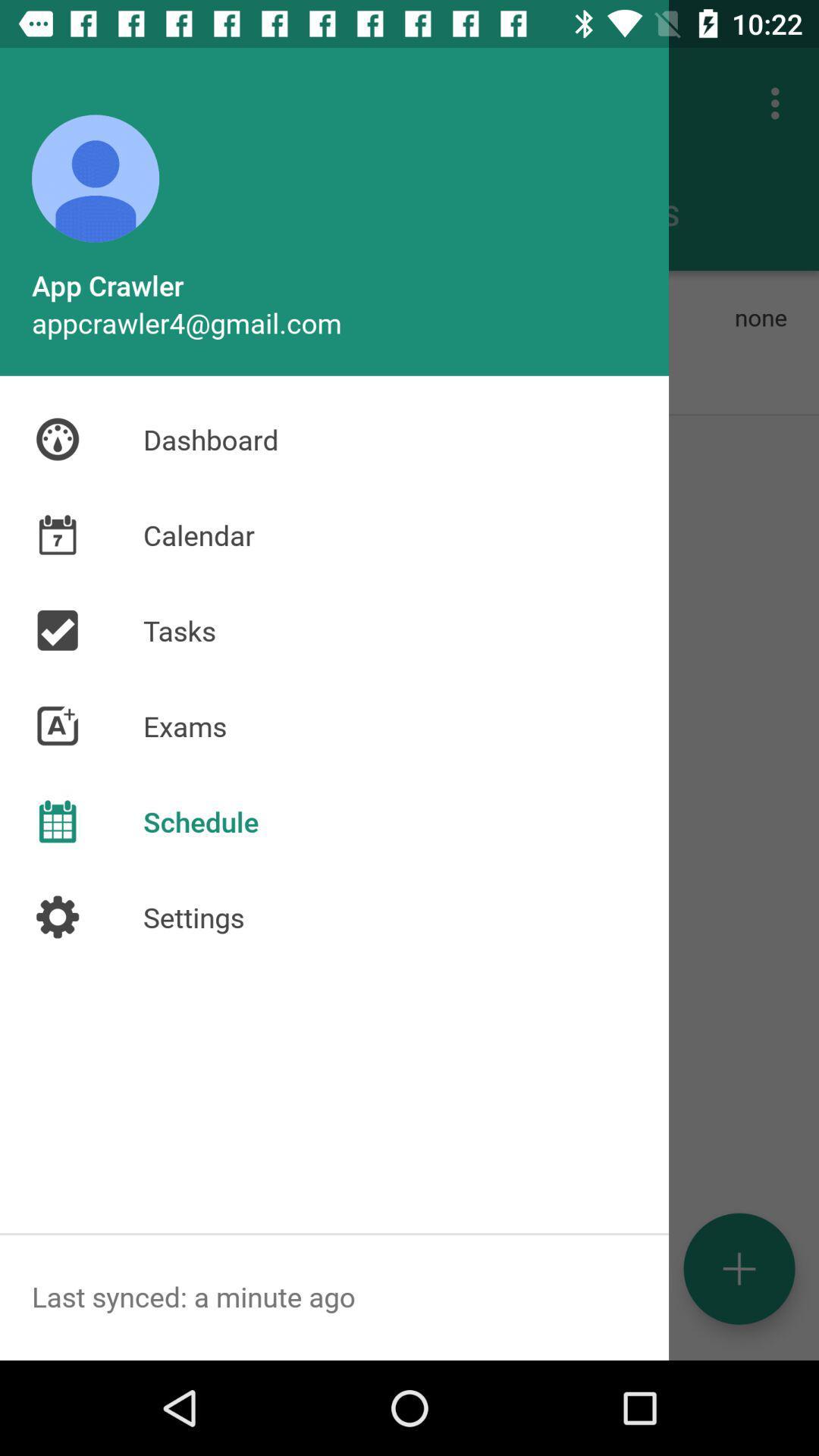 The height and width of the screenshot is (1456, 819). I want to click on the add icon, so click(739, 1269).